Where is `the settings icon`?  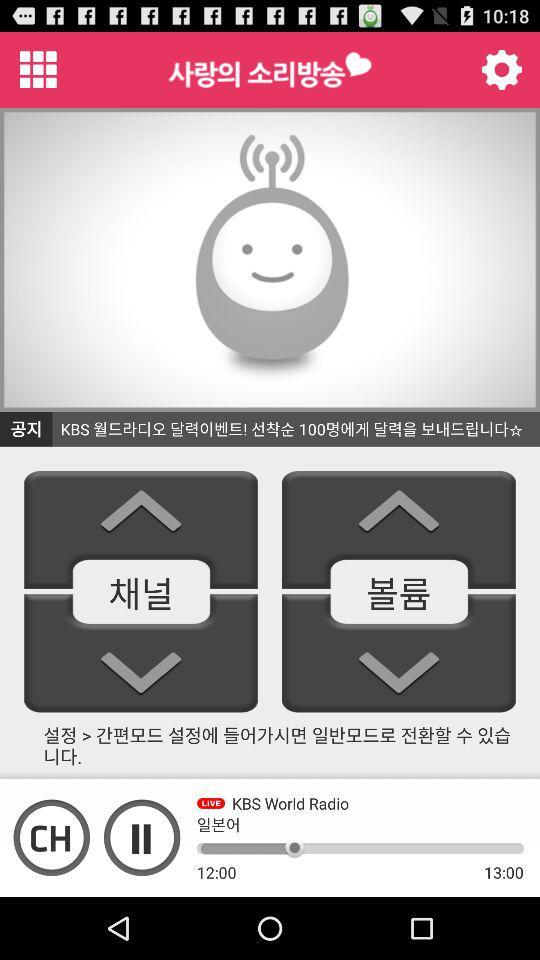 the settings icon is located at coordinates (500, 74).